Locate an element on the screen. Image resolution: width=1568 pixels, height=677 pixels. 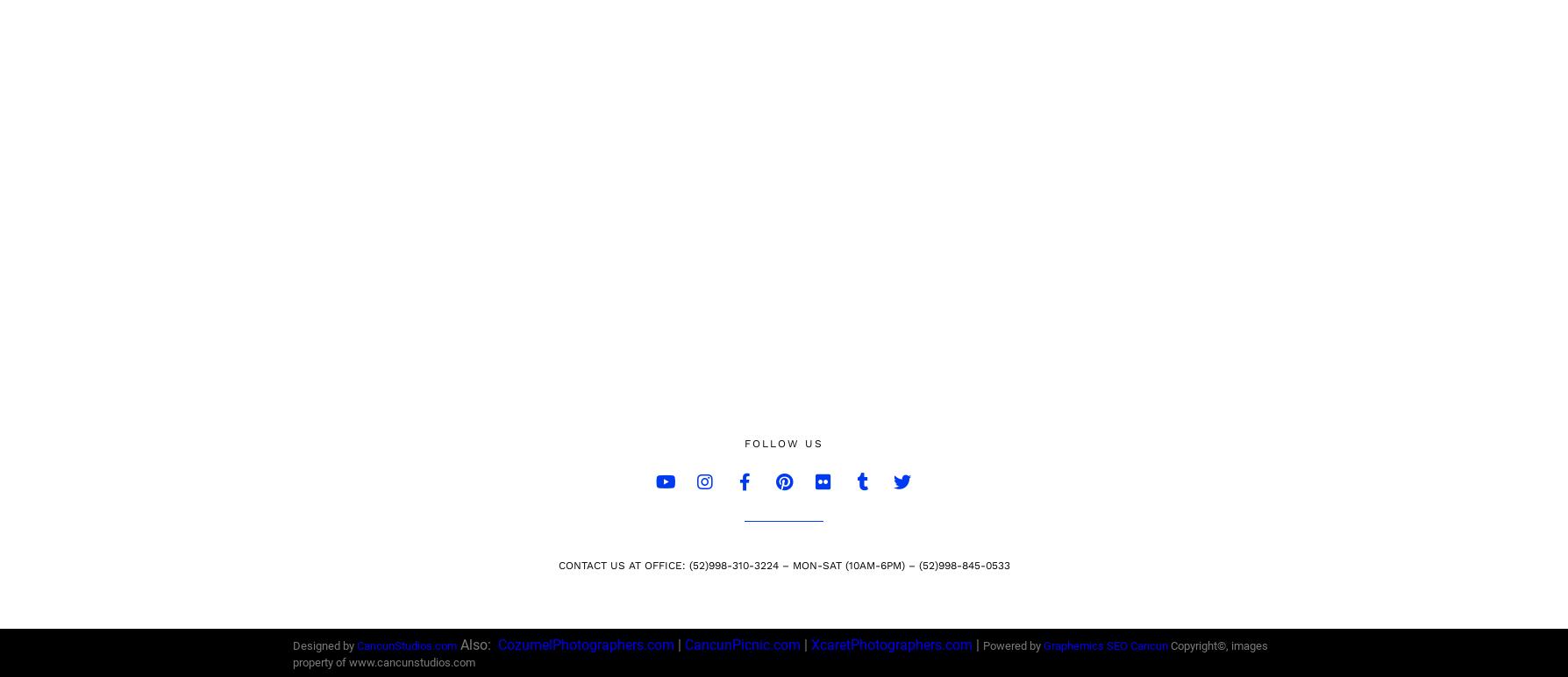
'XcaretPhotographers.com' is located at coordinates (892, 645).